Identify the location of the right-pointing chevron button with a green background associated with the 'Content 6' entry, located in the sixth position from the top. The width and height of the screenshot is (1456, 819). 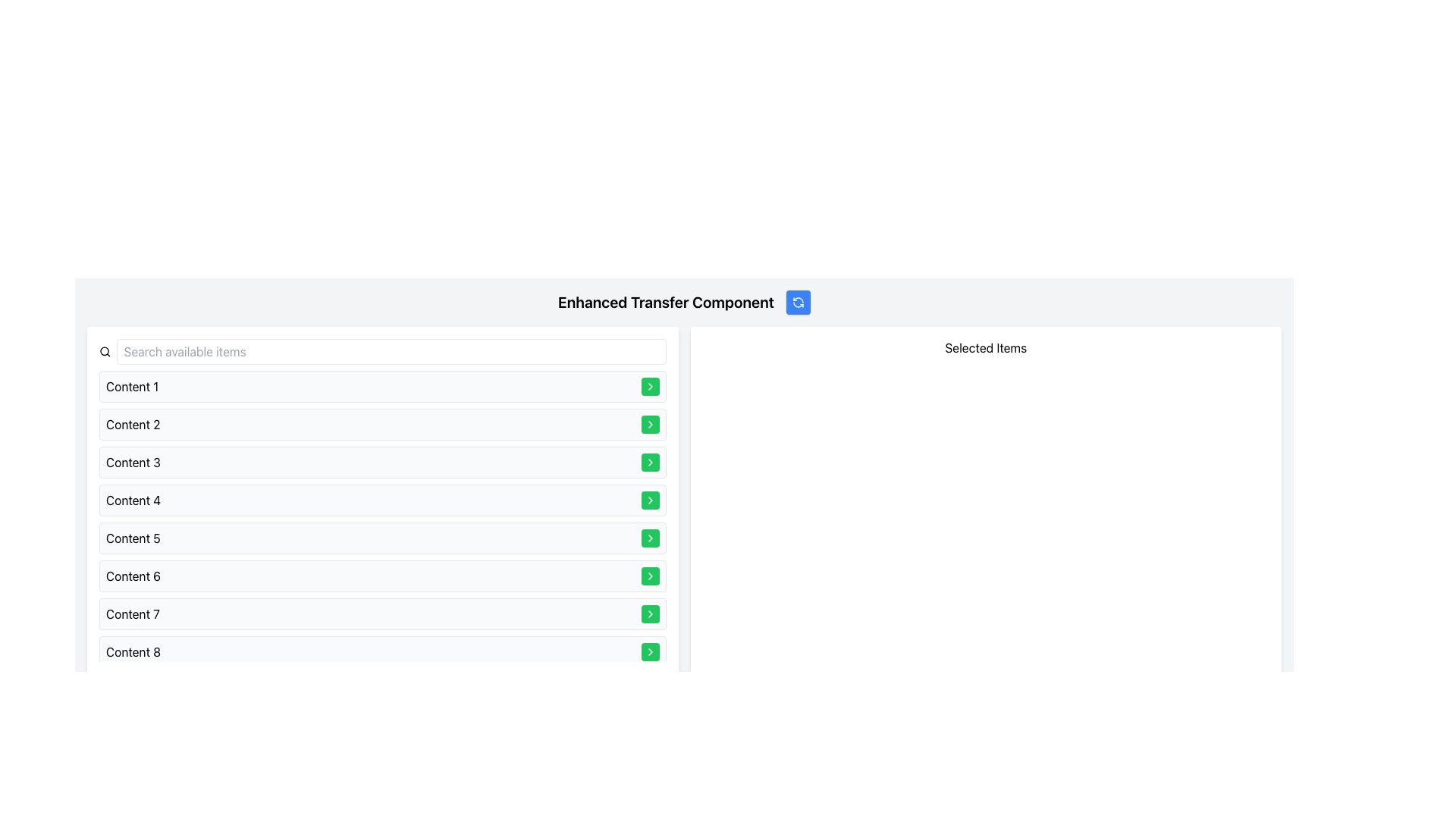
(650, 385).